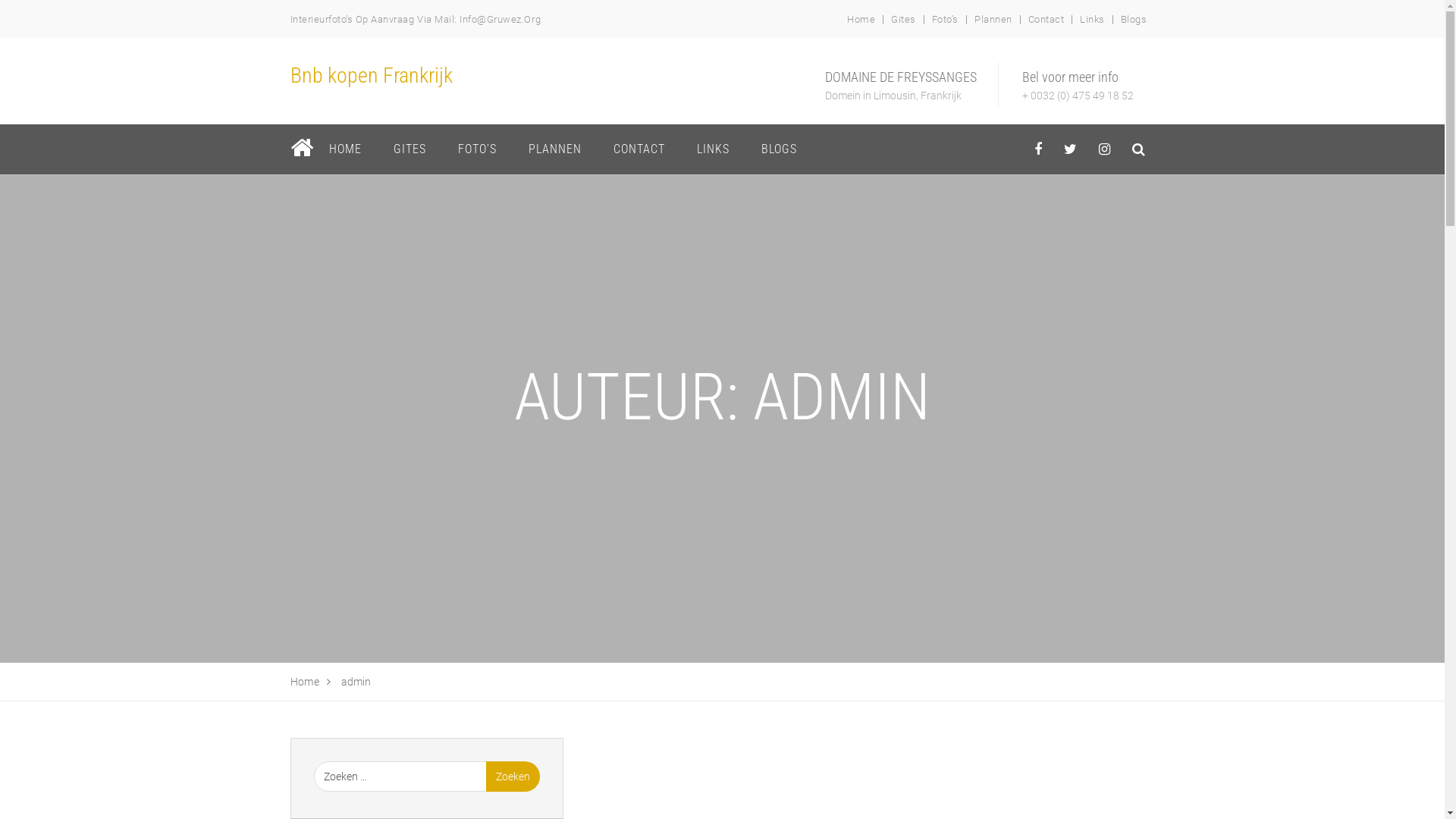  Describe the element at coordinates (993, 19) in the screenshot. I see `'Plannen'` at that location.